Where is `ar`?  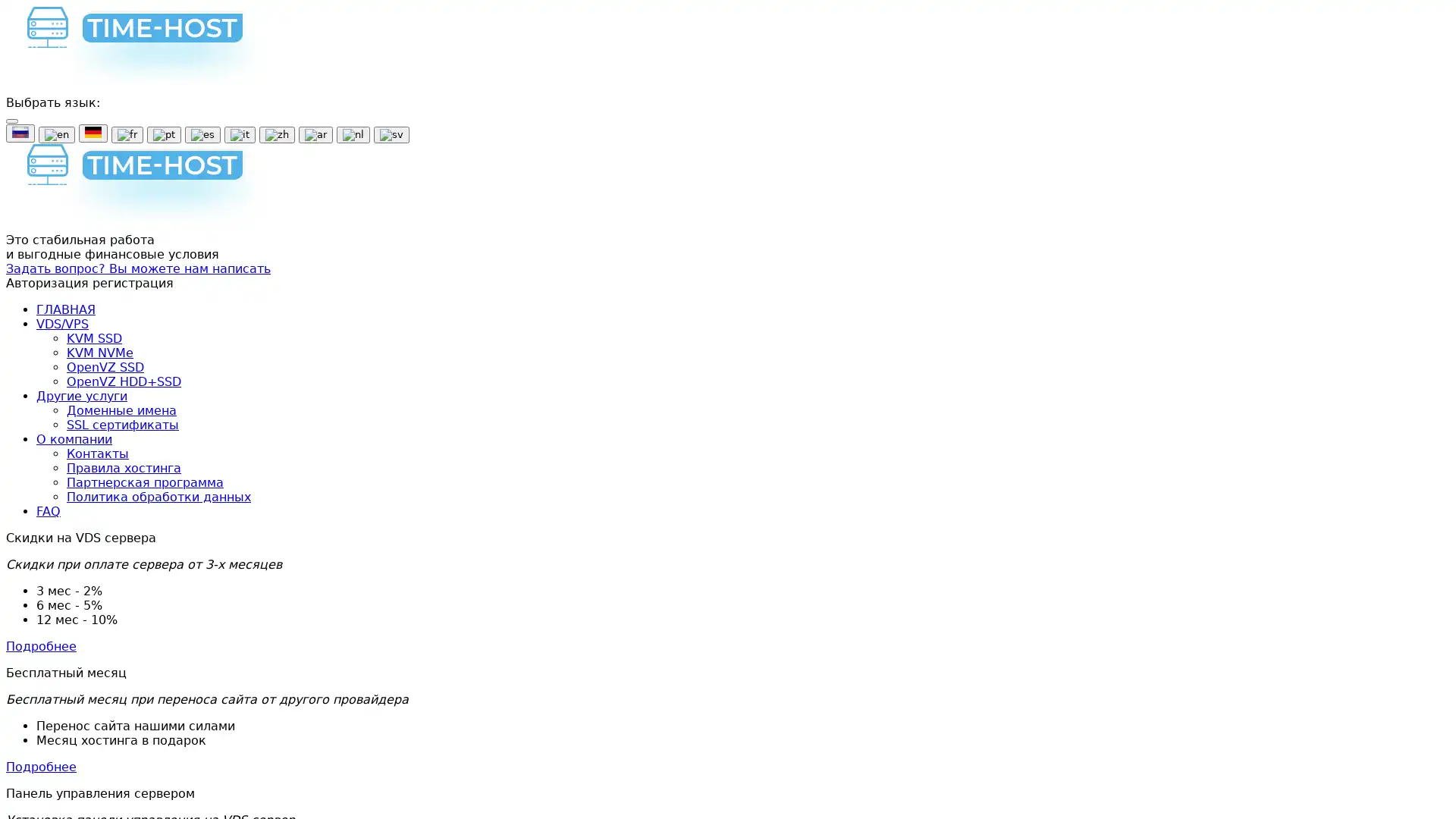 ar is located at coordinates (315, 133).